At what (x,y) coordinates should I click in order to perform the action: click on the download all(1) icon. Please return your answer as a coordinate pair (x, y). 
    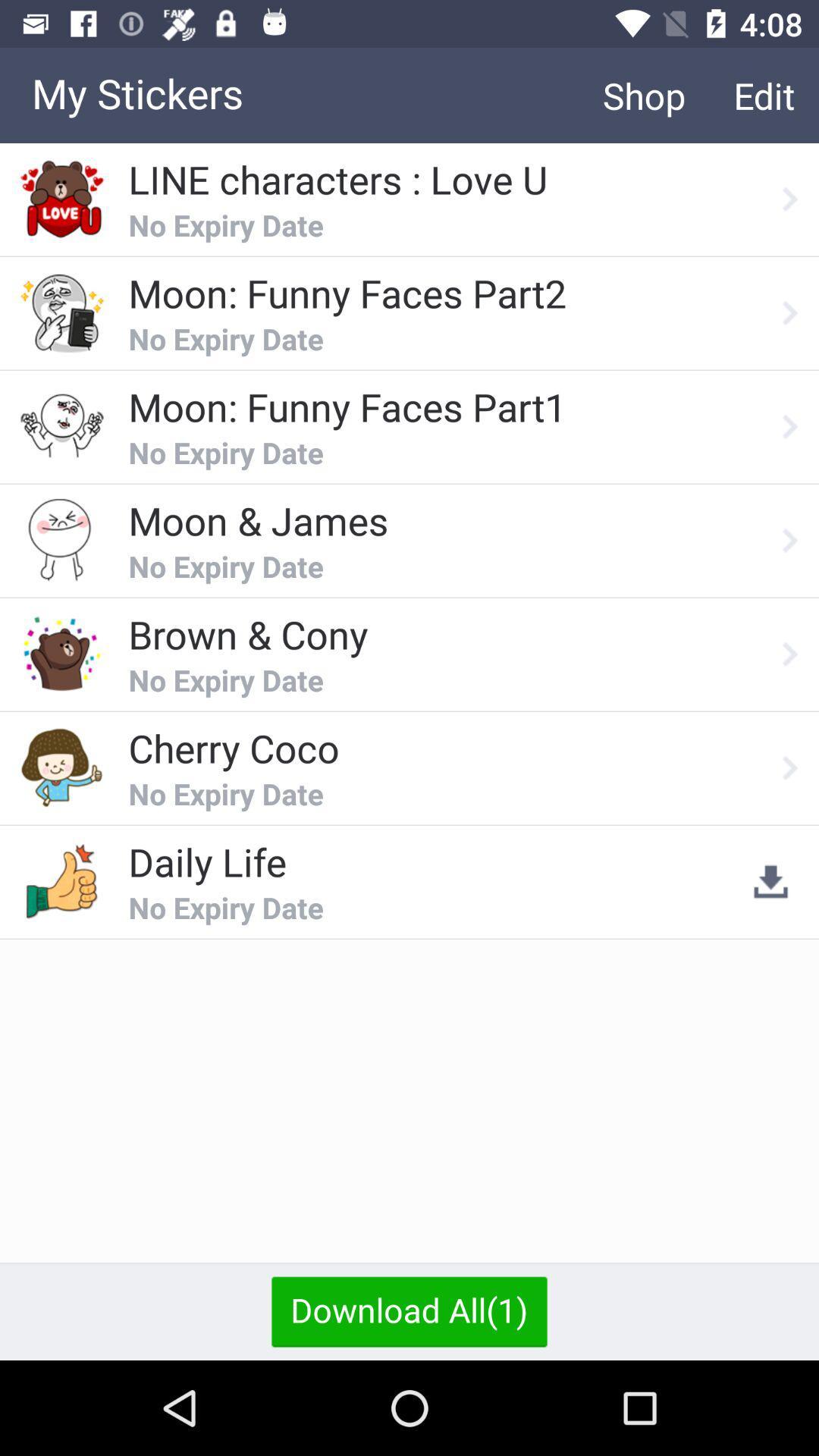
    Looking at the image, I should click on (409, 1310).